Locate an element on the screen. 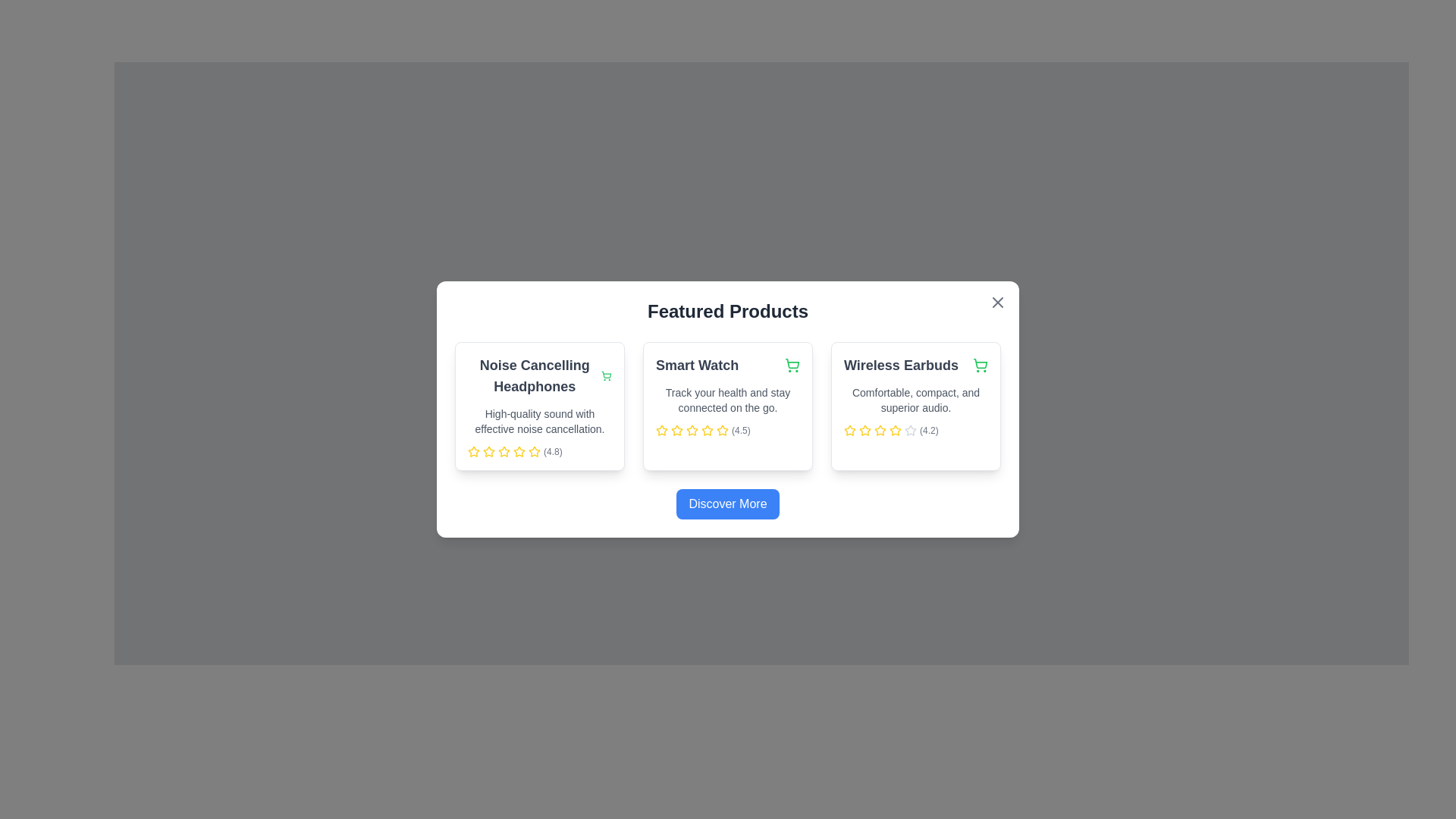  the second star-shaped icon, which is yellow and outlined with a thick stroke, in the five-star rating row beneath the 'Noise Cancelling Headphones' card is located at coordinates (519, 450).